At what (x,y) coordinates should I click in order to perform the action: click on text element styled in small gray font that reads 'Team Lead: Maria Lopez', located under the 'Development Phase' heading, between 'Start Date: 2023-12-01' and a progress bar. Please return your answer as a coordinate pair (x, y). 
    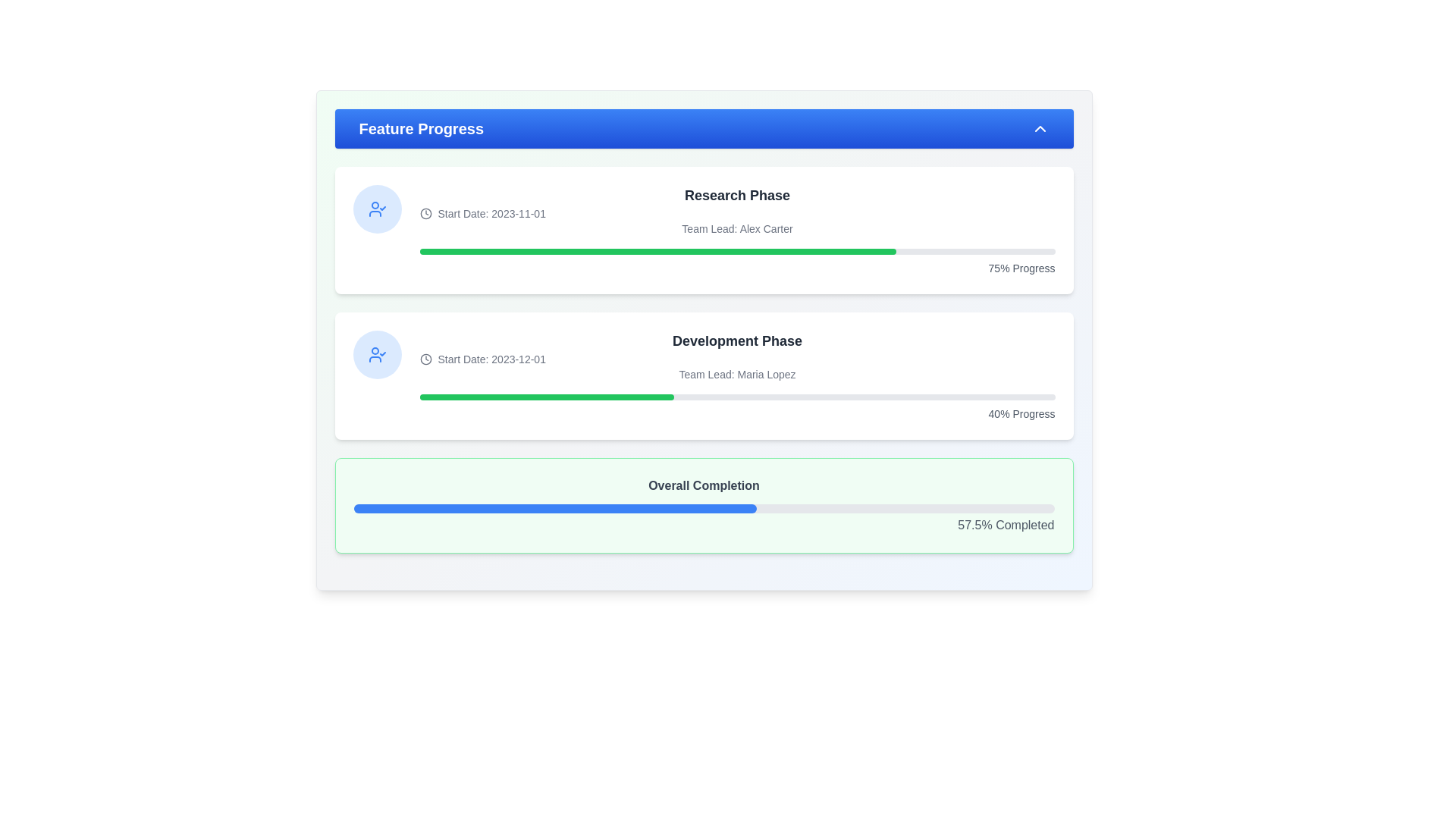
    Looking at the image, I should click on (737, 374).